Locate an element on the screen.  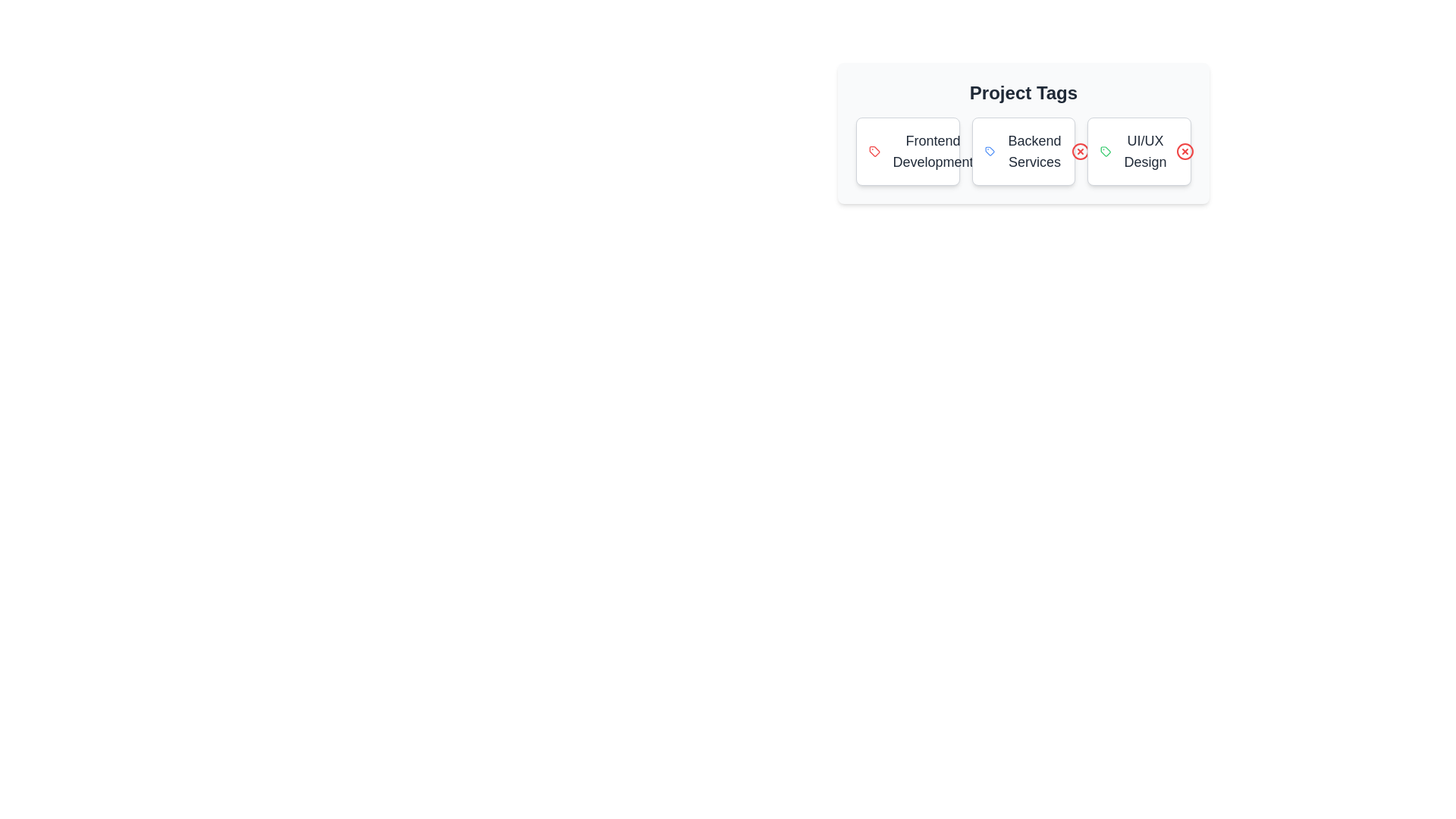
the tag icon for Frontend Development is located at coordinates (874, 152).